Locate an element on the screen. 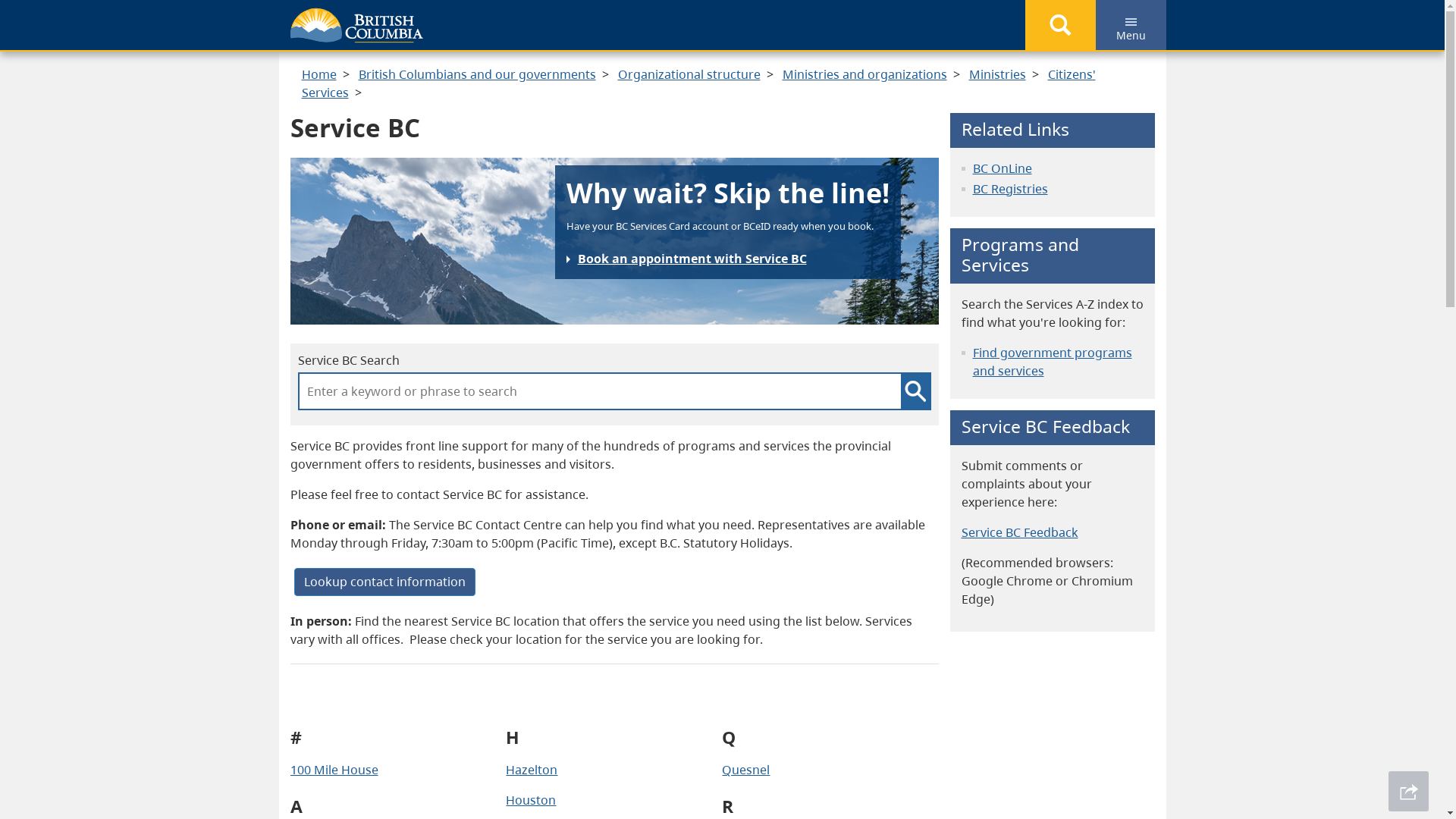 Image resolution: width=1456 pixels, height=819 pixels. '100 Mile House' is located at coordinates (333, 769).